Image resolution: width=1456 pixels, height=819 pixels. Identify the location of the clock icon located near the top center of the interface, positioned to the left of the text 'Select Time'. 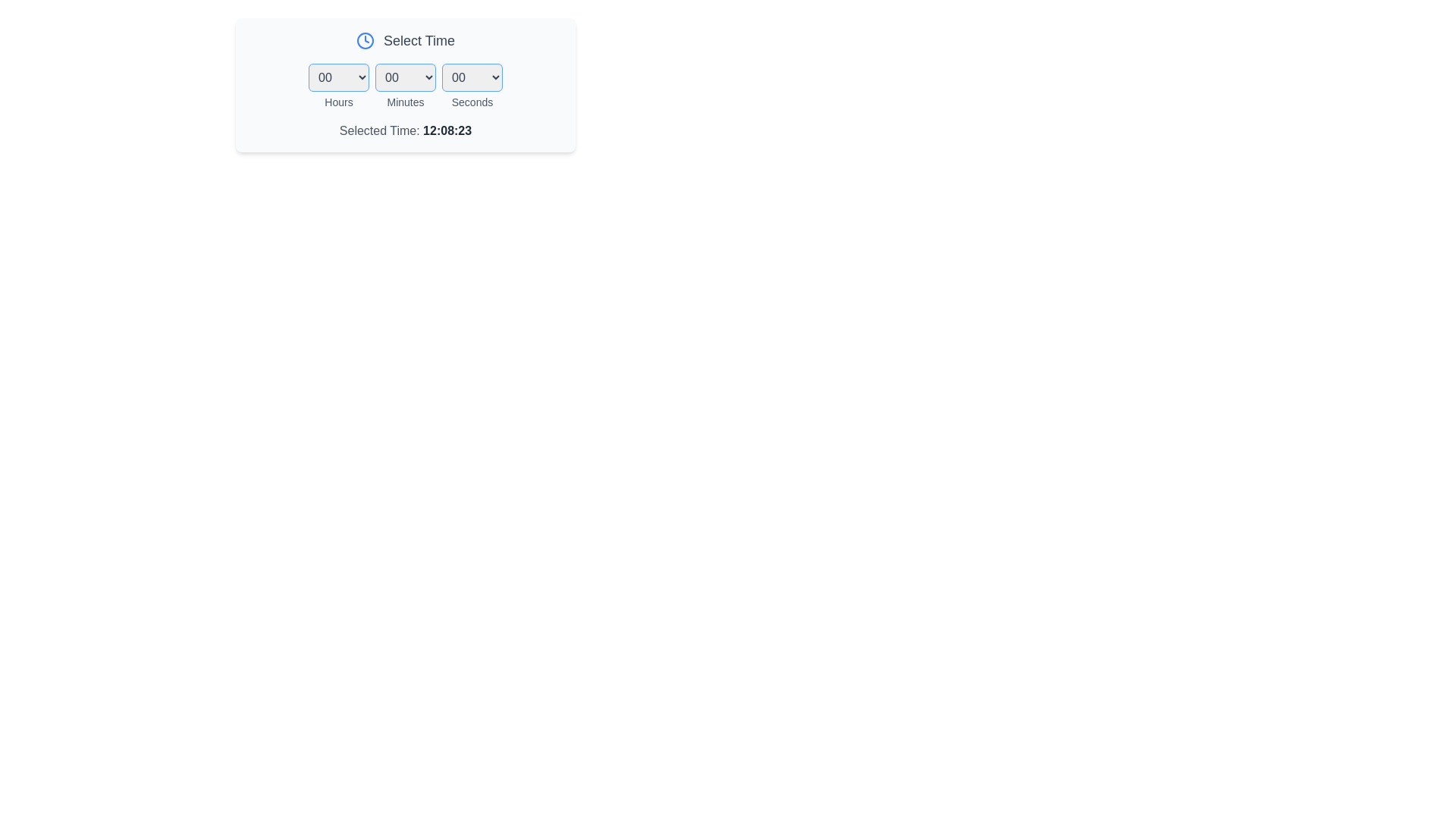
(365, 40).